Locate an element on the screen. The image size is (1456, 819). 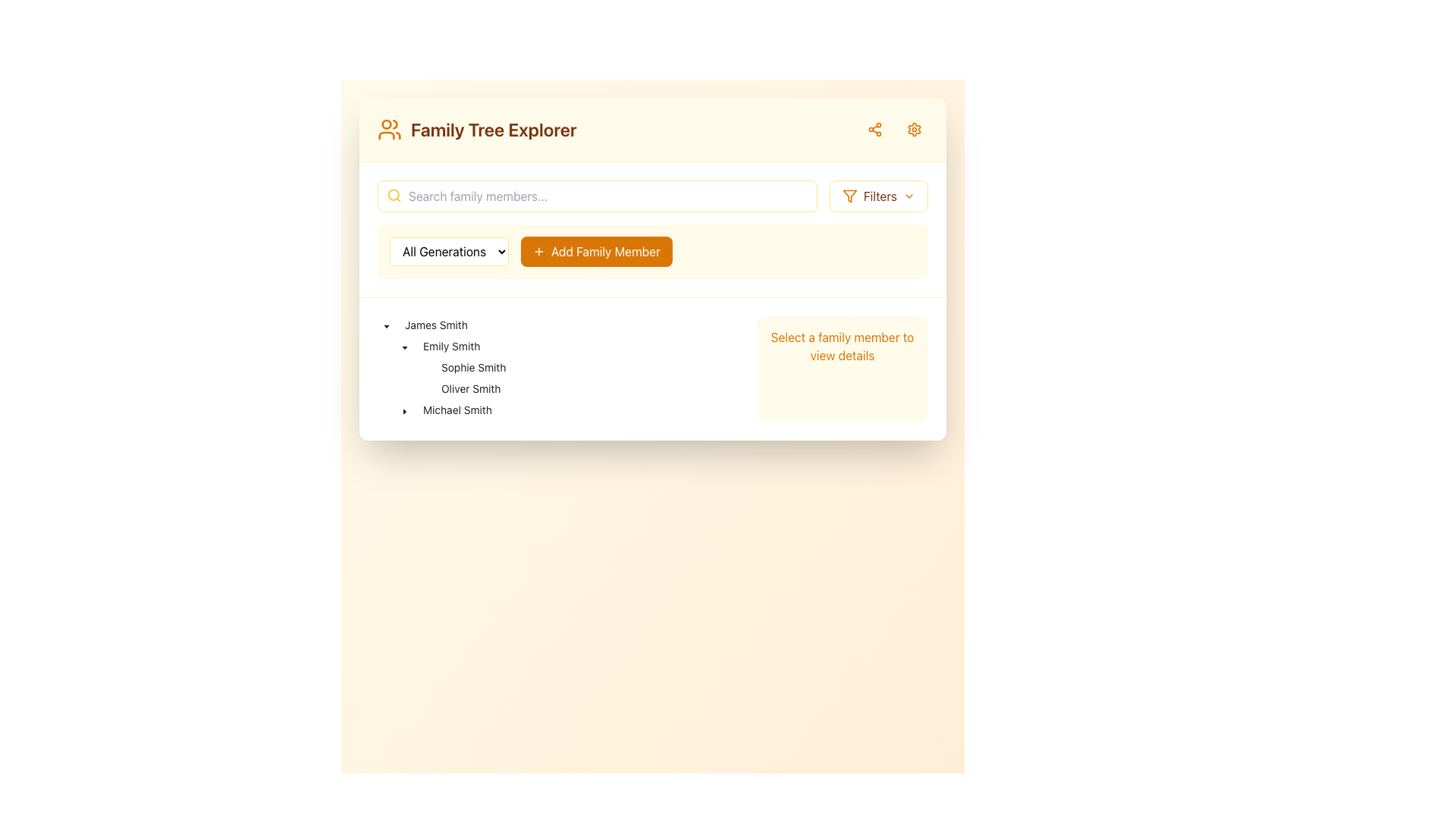
the toggle button for the tree node labeled 'Emily Smith' is located at coordinates (404, 348).